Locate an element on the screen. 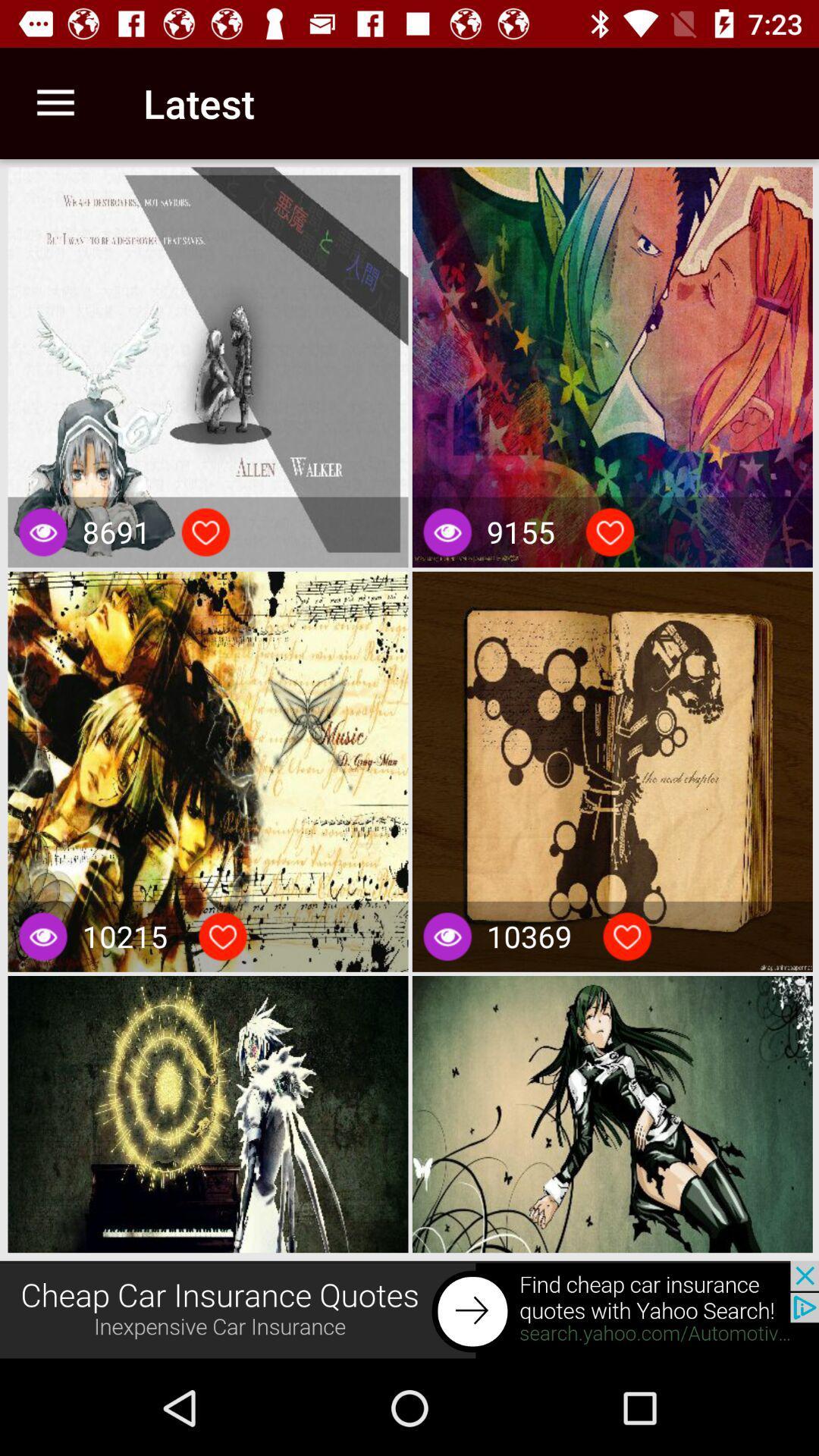  like 3rd option is located at coordinates (222, 936).